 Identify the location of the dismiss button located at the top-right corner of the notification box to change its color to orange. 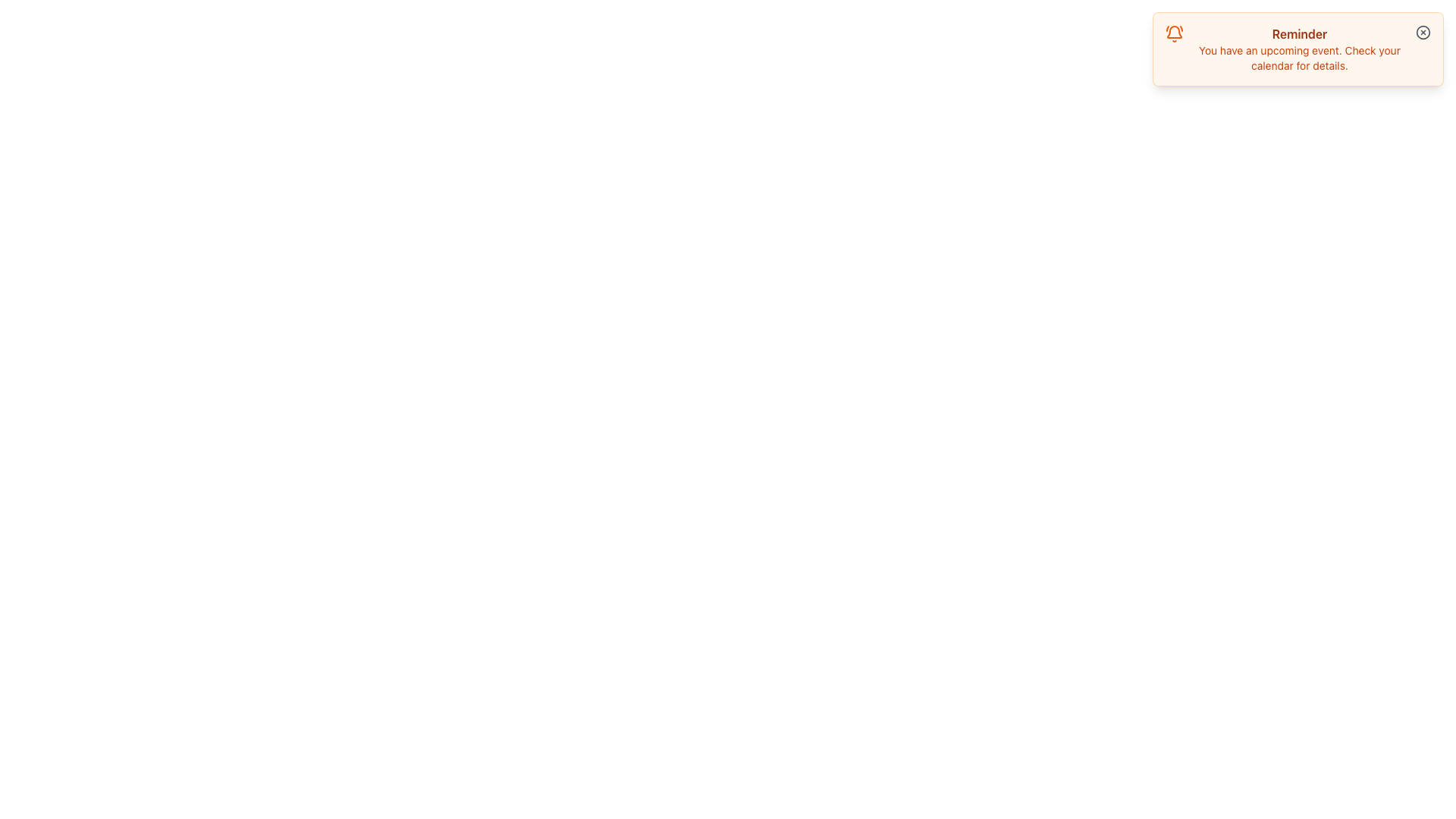
(1422, 32).